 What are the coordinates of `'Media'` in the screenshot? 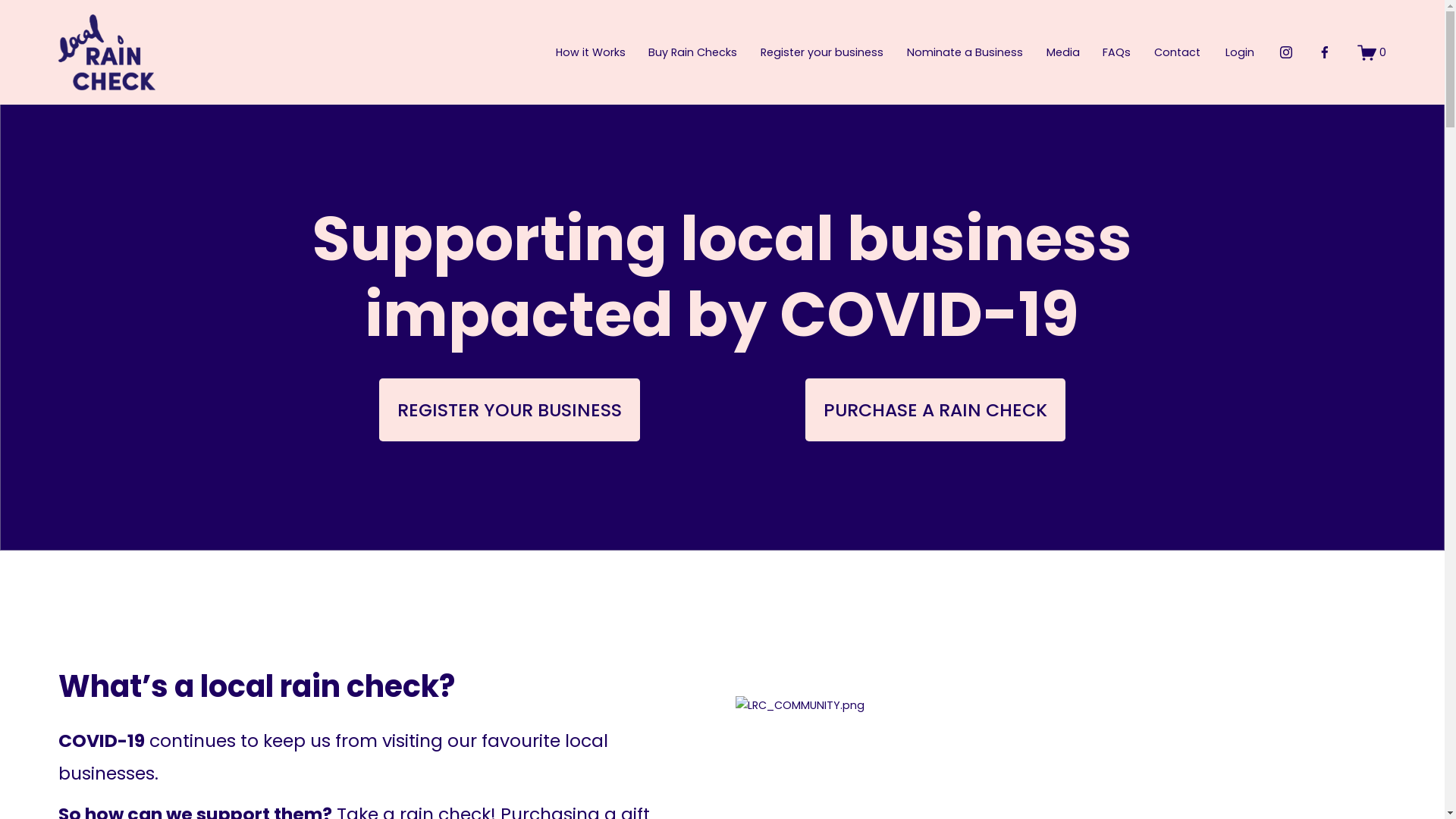 It's located at (1046, 52).